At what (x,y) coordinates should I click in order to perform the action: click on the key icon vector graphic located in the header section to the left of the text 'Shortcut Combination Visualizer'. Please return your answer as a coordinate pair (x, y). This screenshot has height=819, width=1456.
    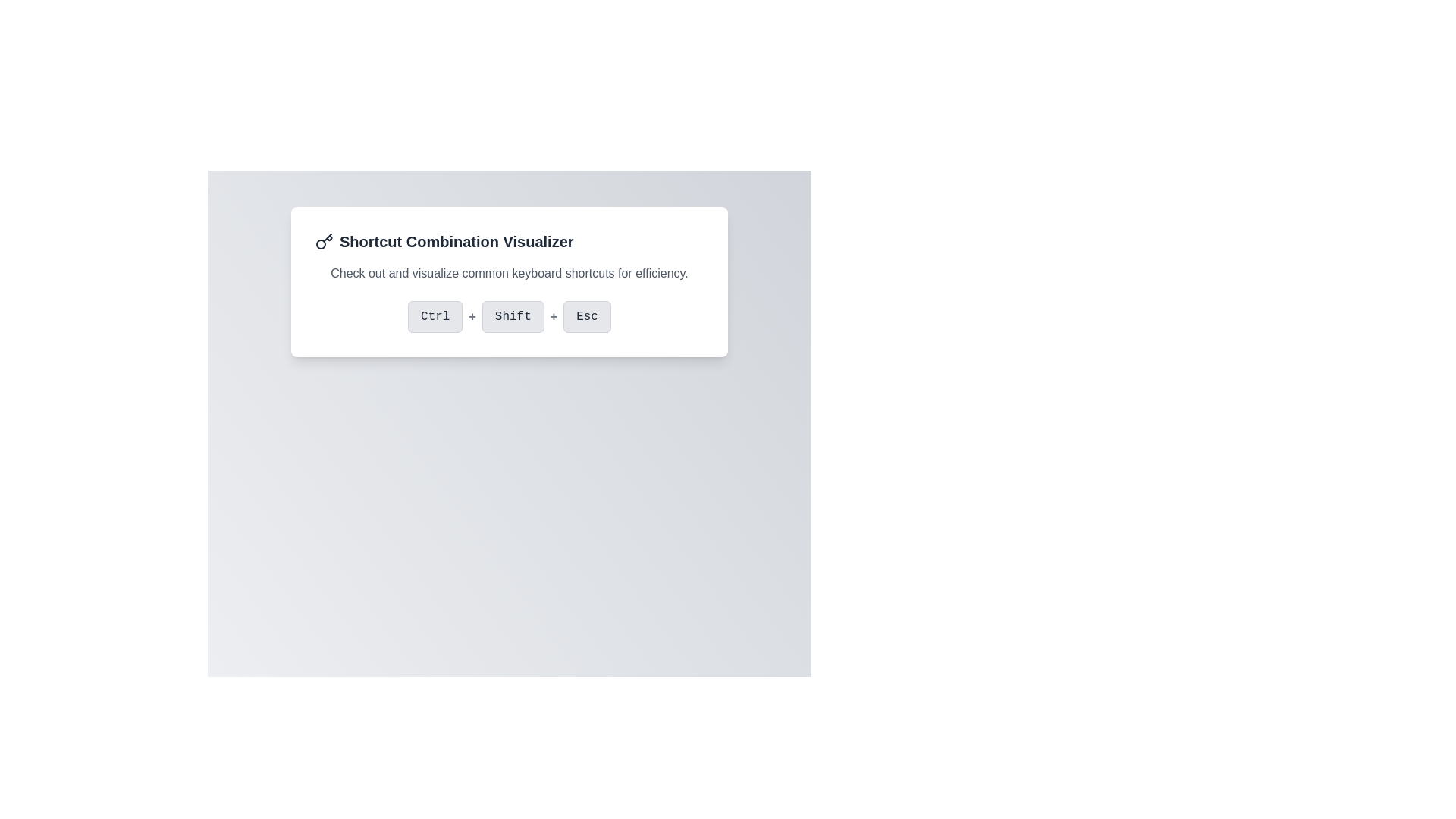
    Looking at the image, I should click on (323, 241).